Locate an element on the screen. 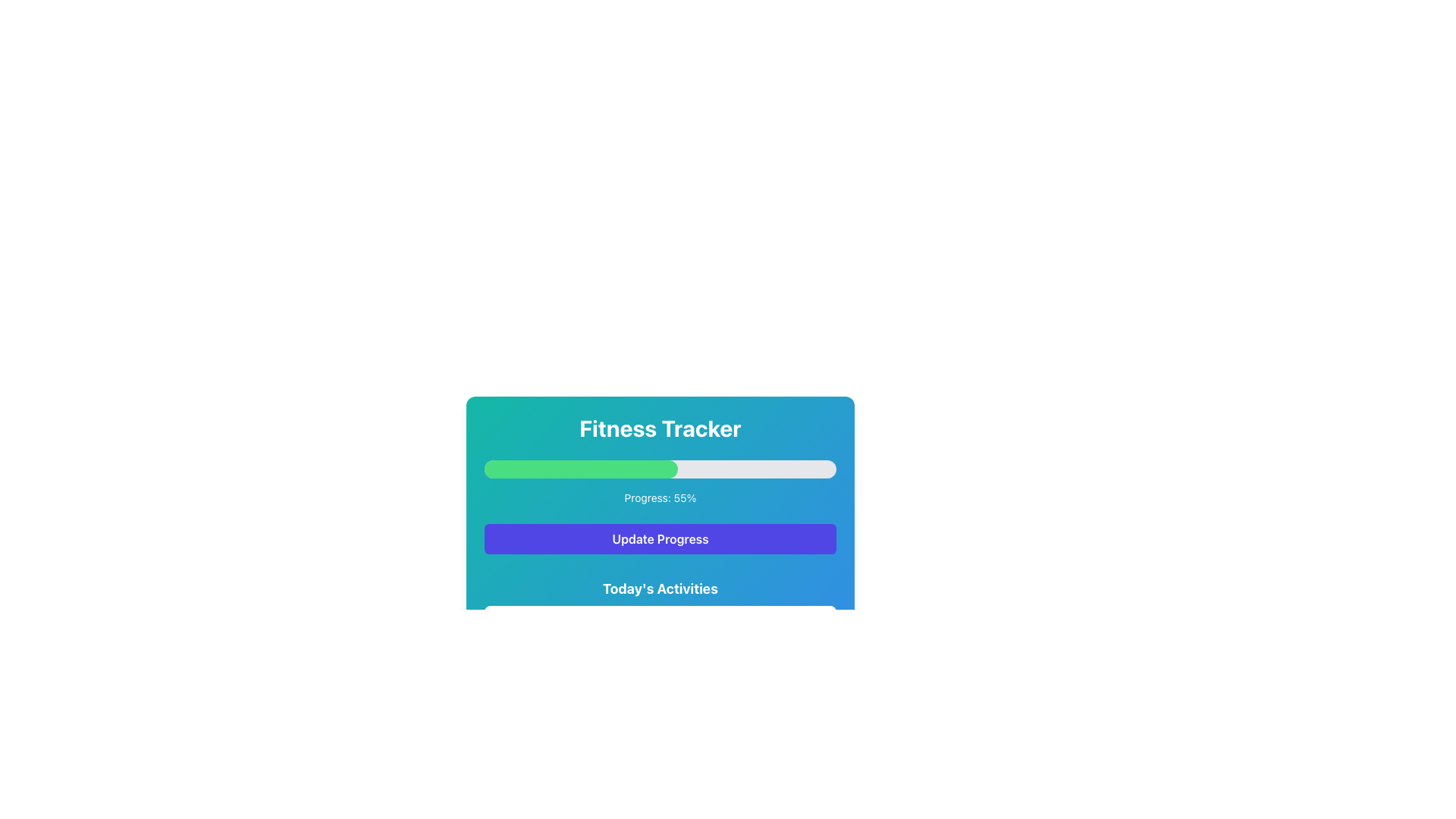 This screenshot has height=819, width=1456. the header labeled 'Today's Activities' which is styled with bold and white text, located at the top of the activities section is located at coordinates (660, 588).